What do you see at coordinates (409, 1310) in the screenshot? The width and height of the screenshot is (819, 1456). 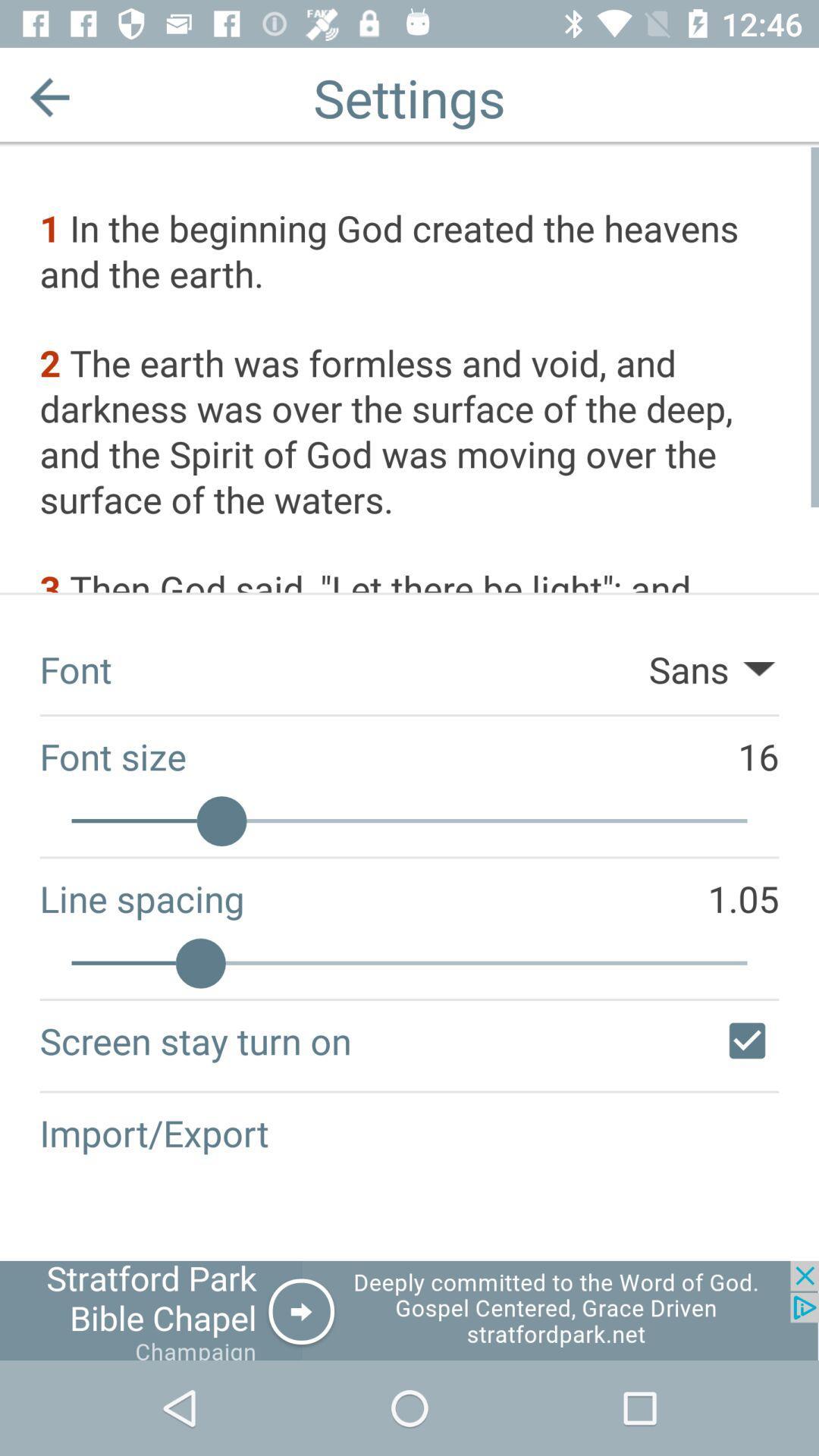 I see `advertise banner` at bounding box center [409, 1310].